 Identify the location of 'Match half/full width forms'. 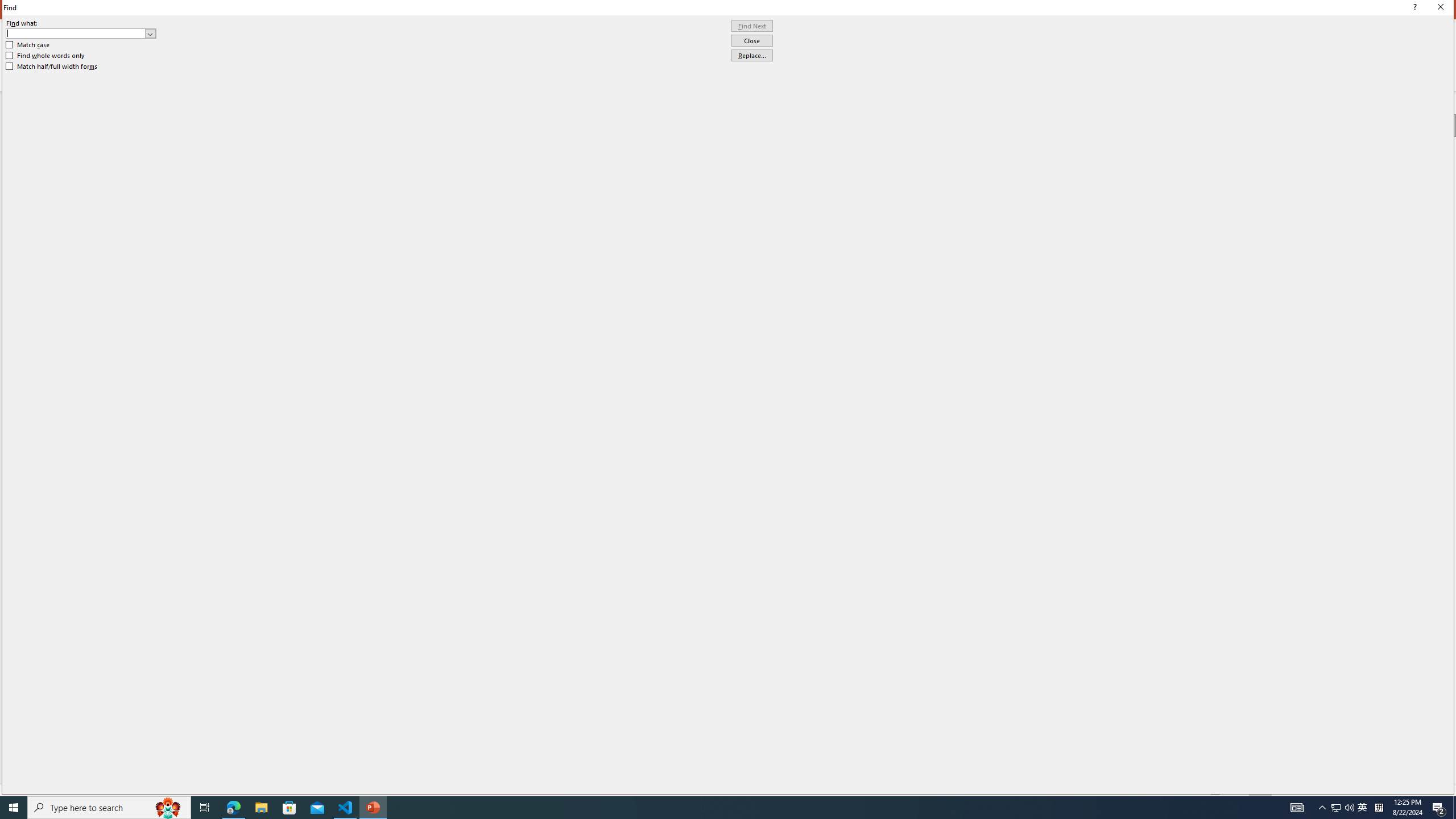
(52, 66).